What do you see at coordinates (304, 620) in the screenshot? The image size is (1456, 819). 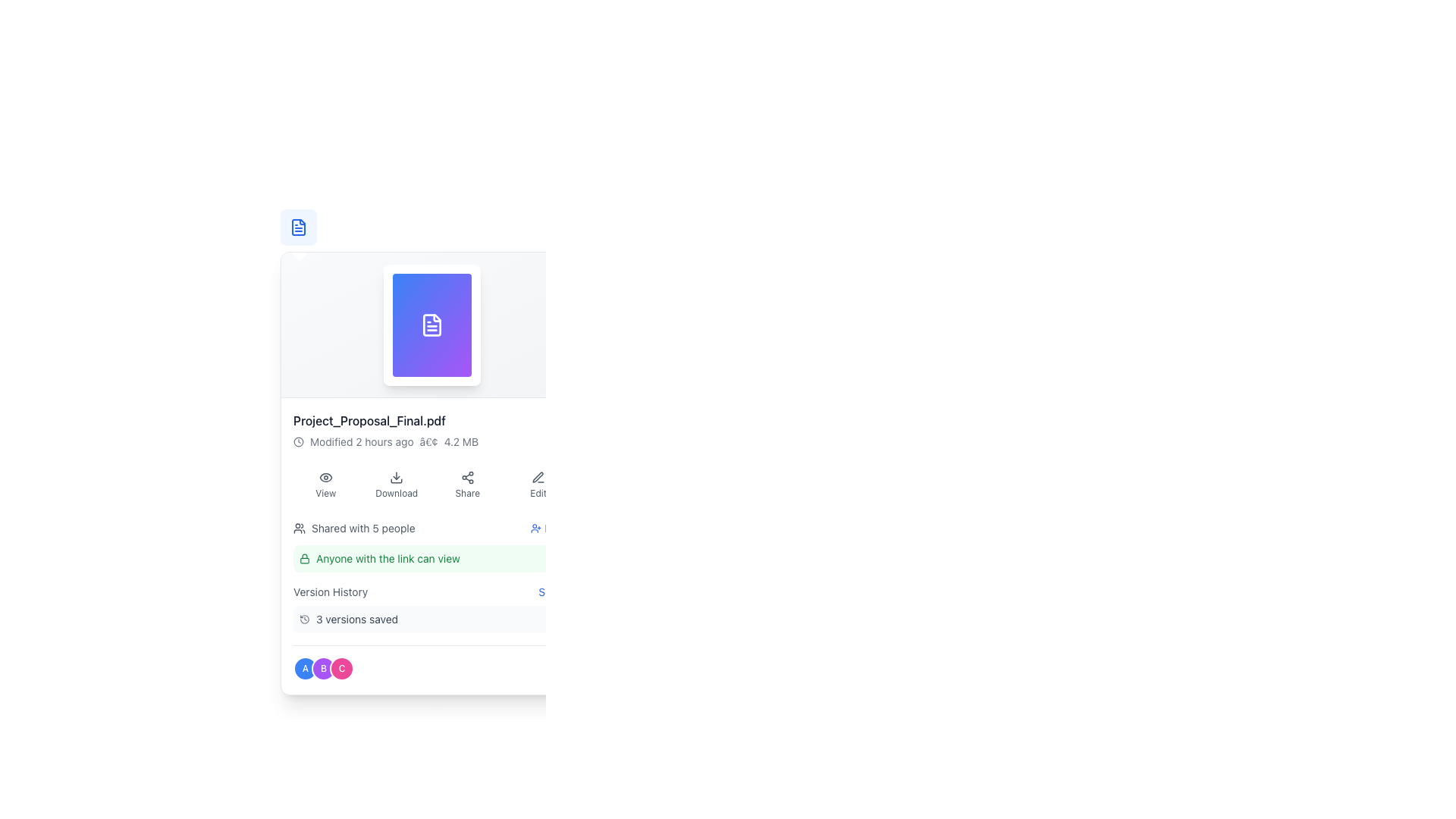 I see `the circular clock-like icon representing history or version, located next to the text '3 versions saved' in the 'Version History' section` at bounding box center [304, 620].